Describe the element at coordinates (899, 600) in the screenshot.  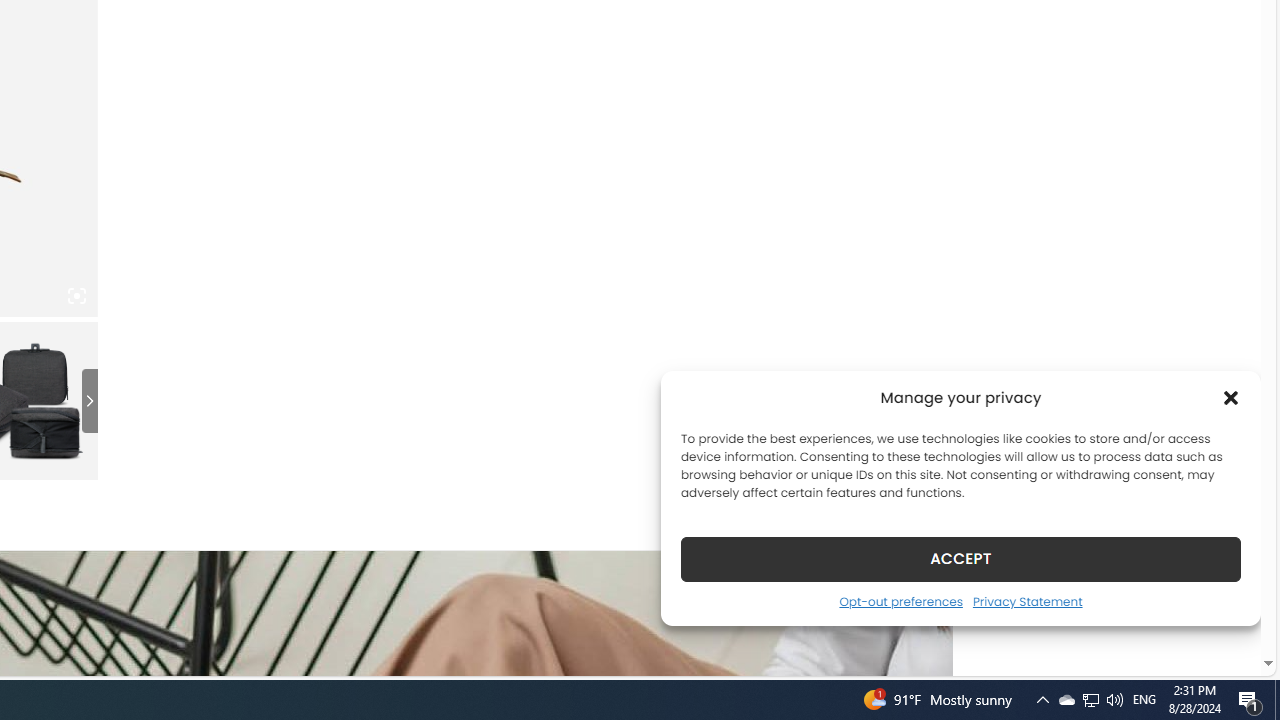
I see `'Opt-out preferences'` at that location.